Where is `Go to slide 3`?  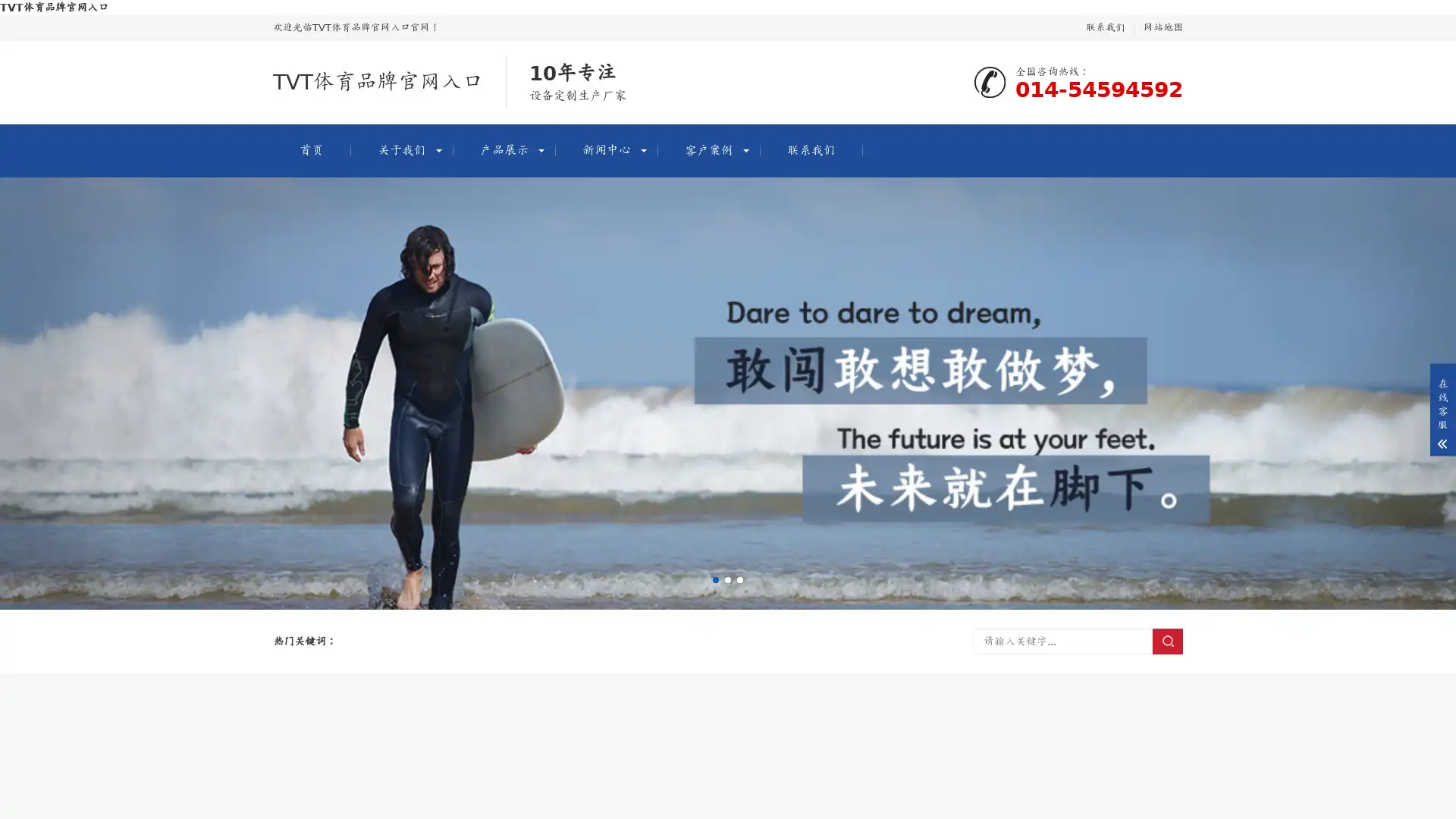 Go to slide 3 is located at coordinates (739, 579).